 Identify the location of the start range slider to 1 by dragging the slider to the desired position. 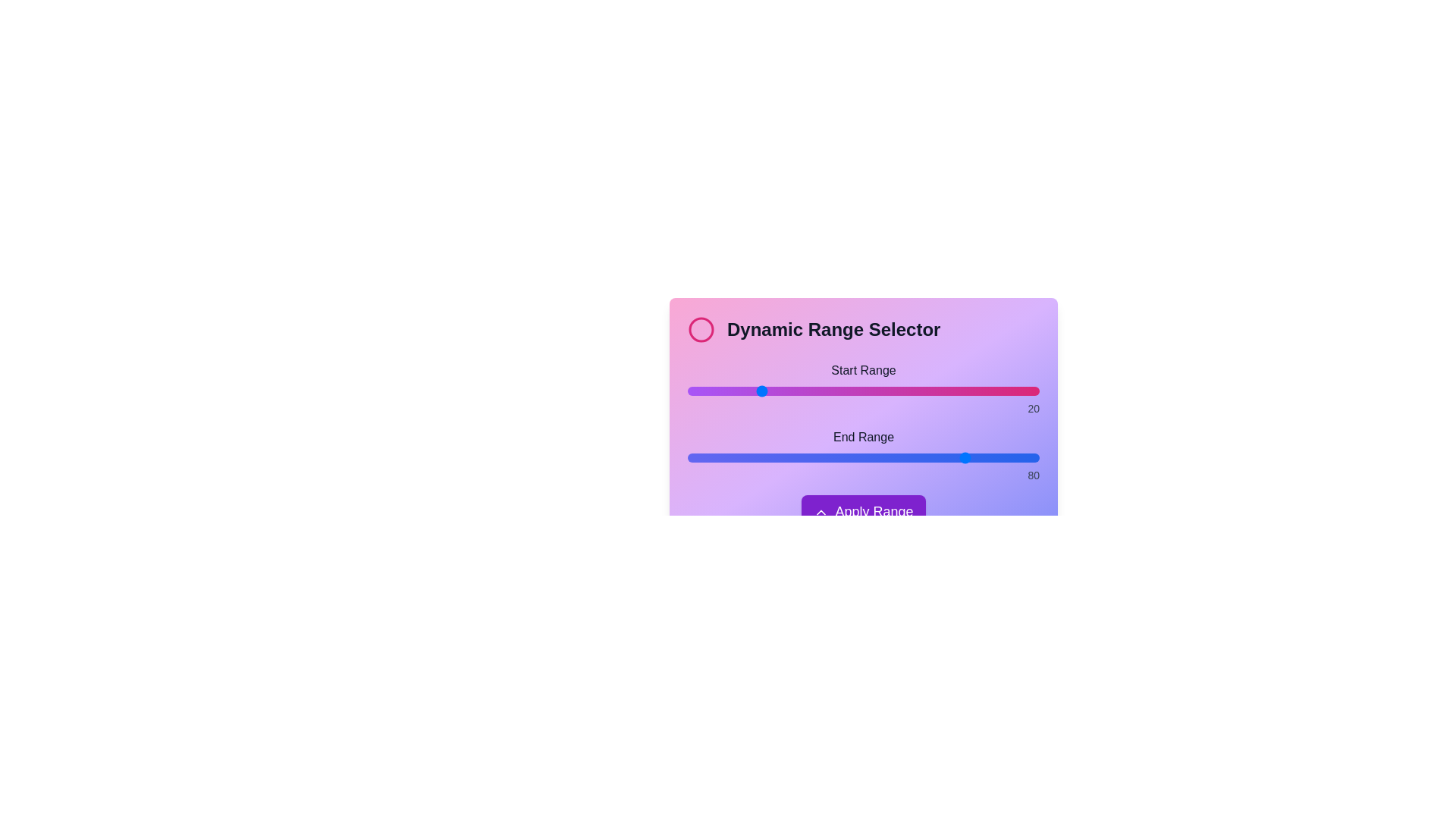
(690, 391).